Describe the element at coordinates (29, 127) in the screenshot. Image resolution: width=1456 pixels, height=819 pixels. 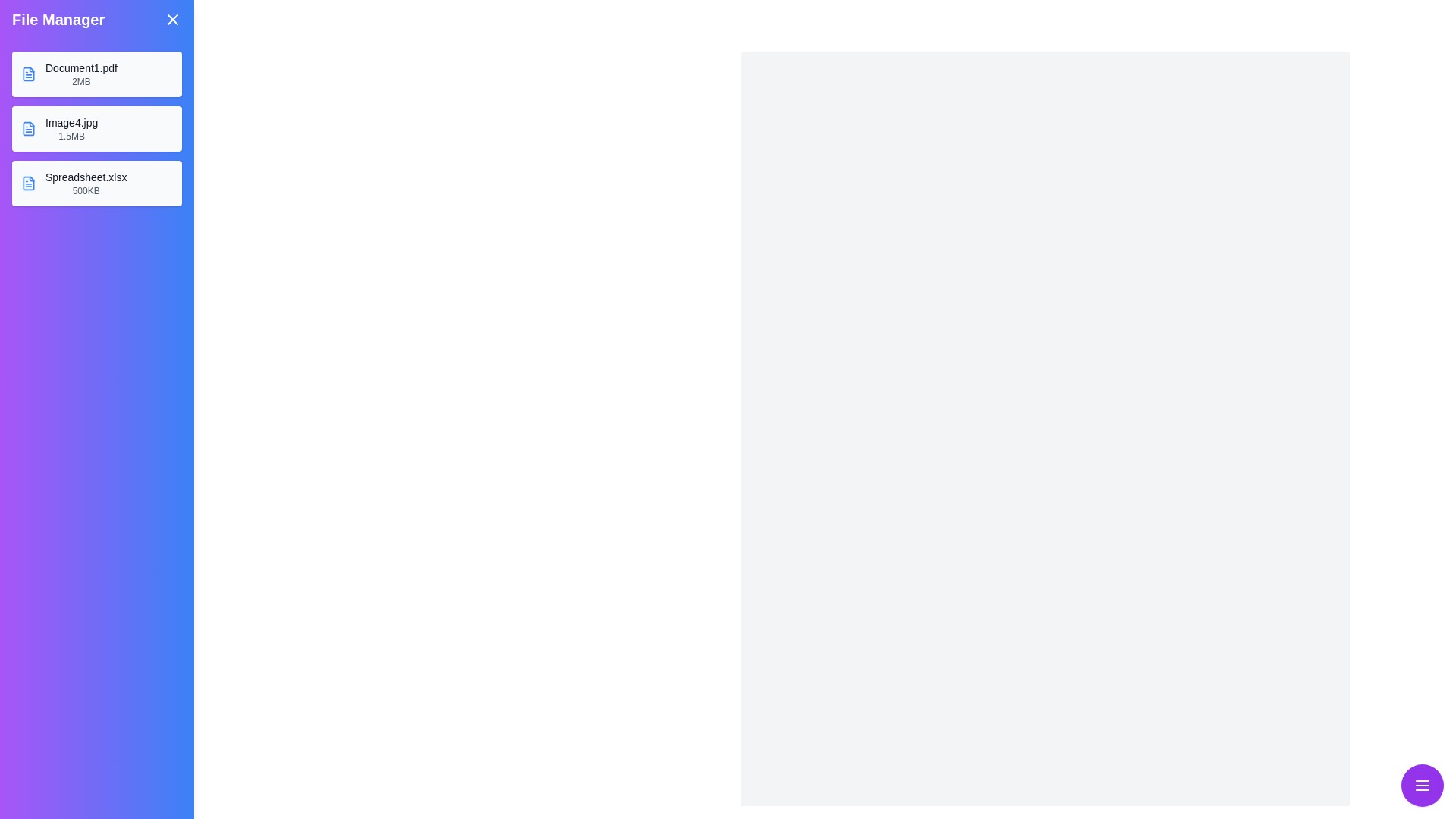
I see `the file icon representing 'Image4.jpg' located in the second row of the file list panel` at that location.